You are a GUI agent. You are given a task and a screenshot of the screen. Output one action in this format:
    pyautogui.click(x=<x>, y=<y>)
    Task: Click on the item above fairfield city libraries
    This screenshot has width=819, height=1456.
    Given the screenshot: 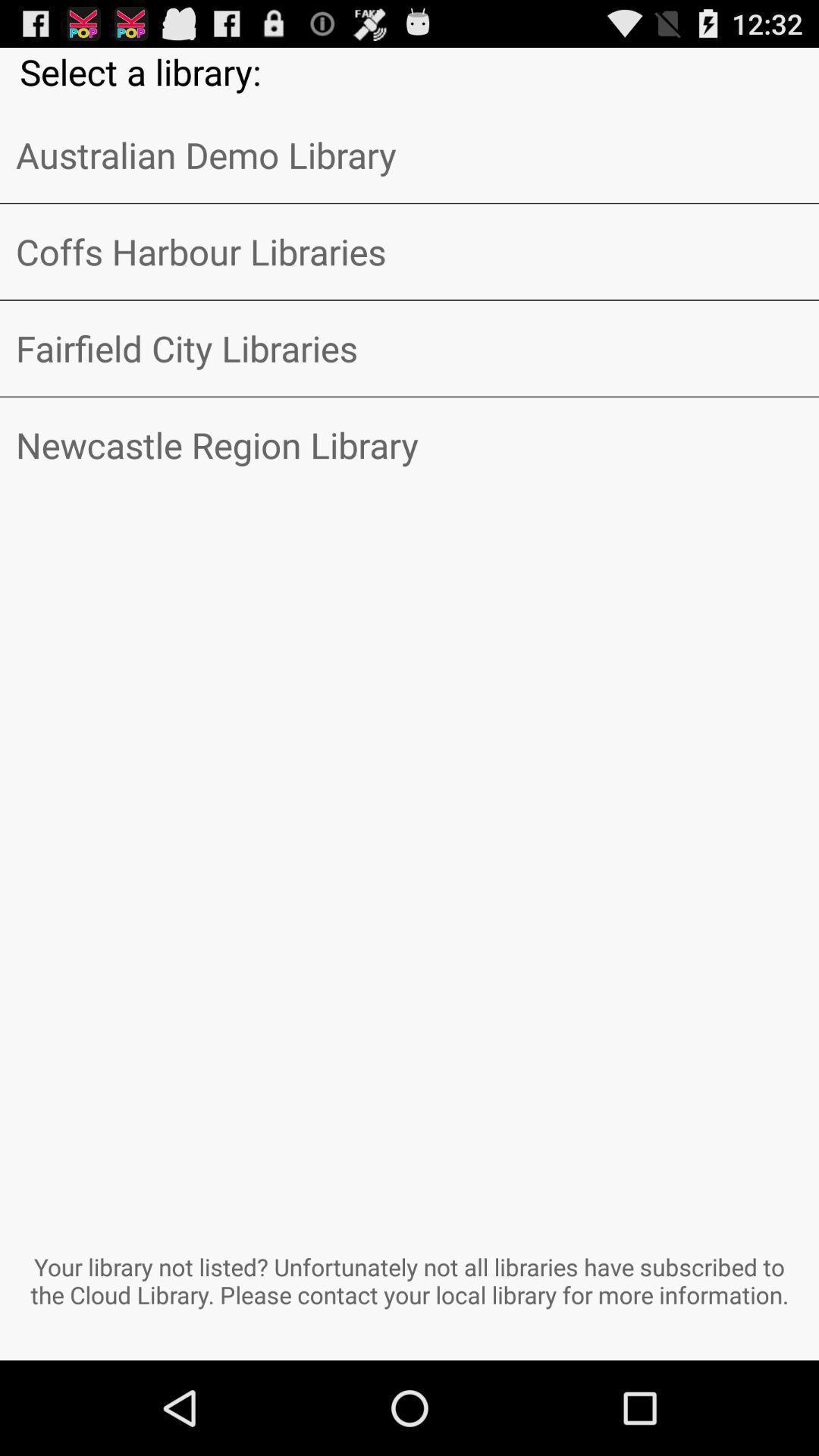 What is the action you would take?
    pyautogui.click(x=409, y=252)
    